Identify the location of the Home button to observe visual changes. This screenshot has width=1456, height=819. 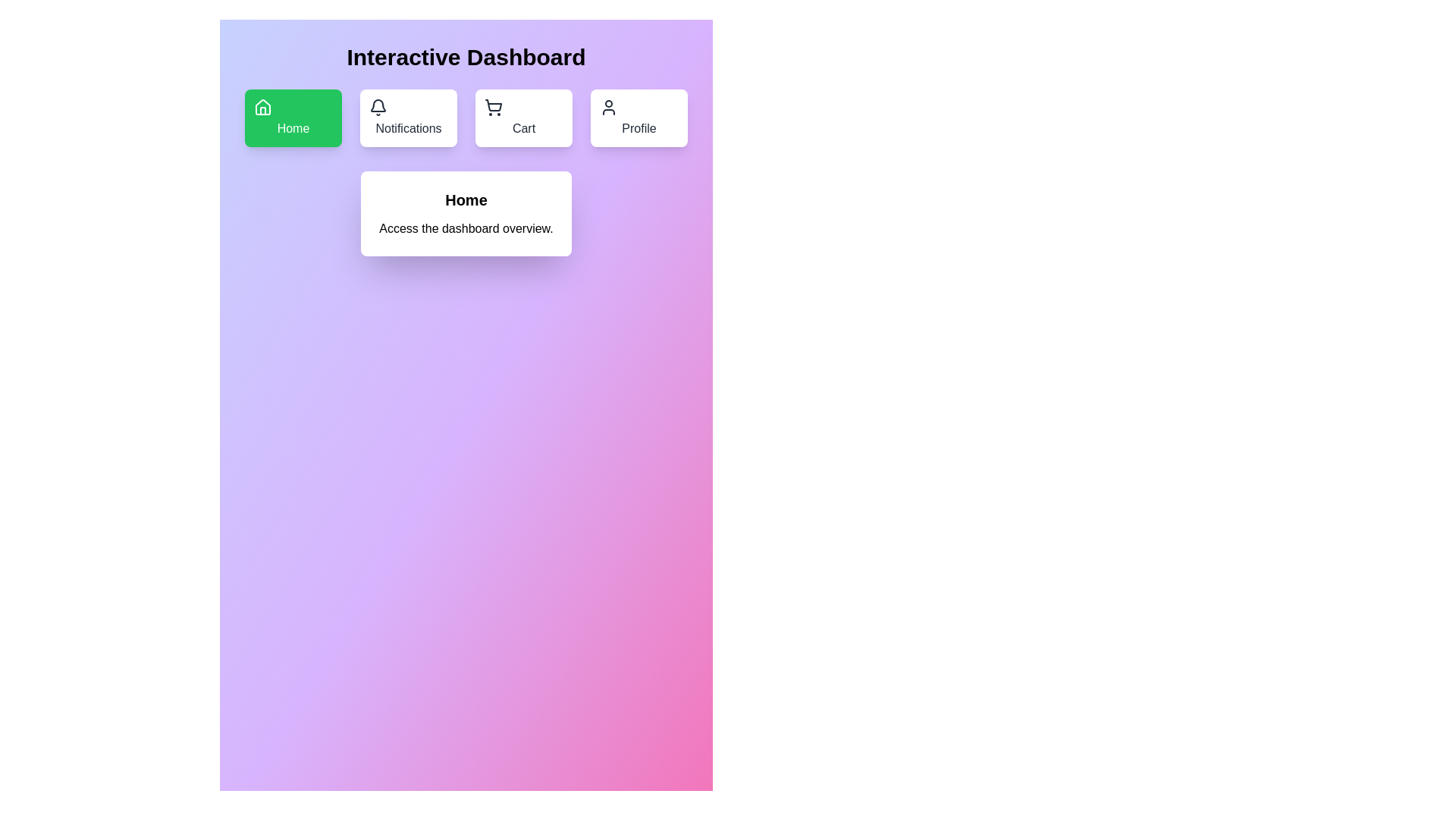
(293, 117).